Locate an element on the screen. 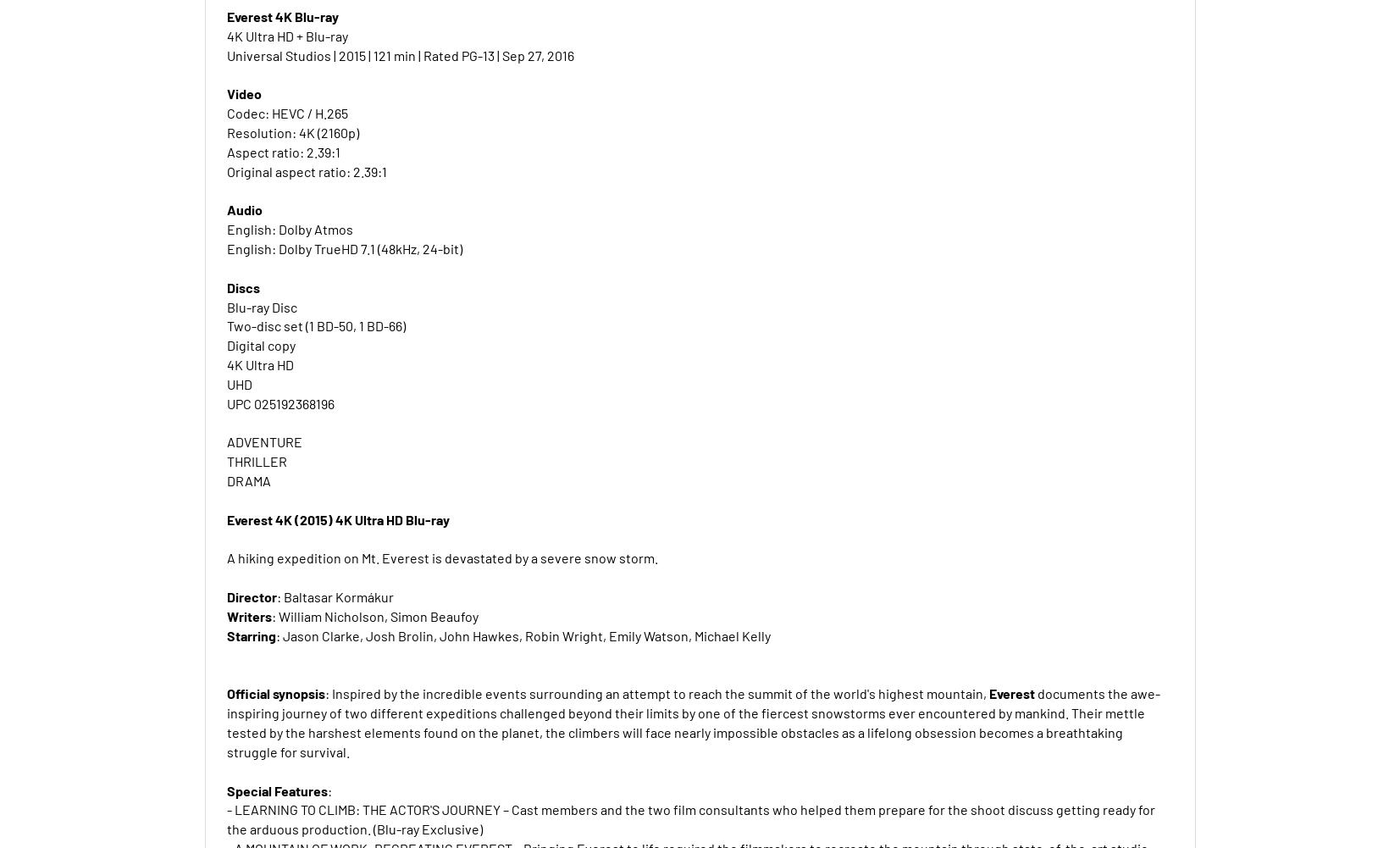  'Discs' is located at coordinates (241, 286).